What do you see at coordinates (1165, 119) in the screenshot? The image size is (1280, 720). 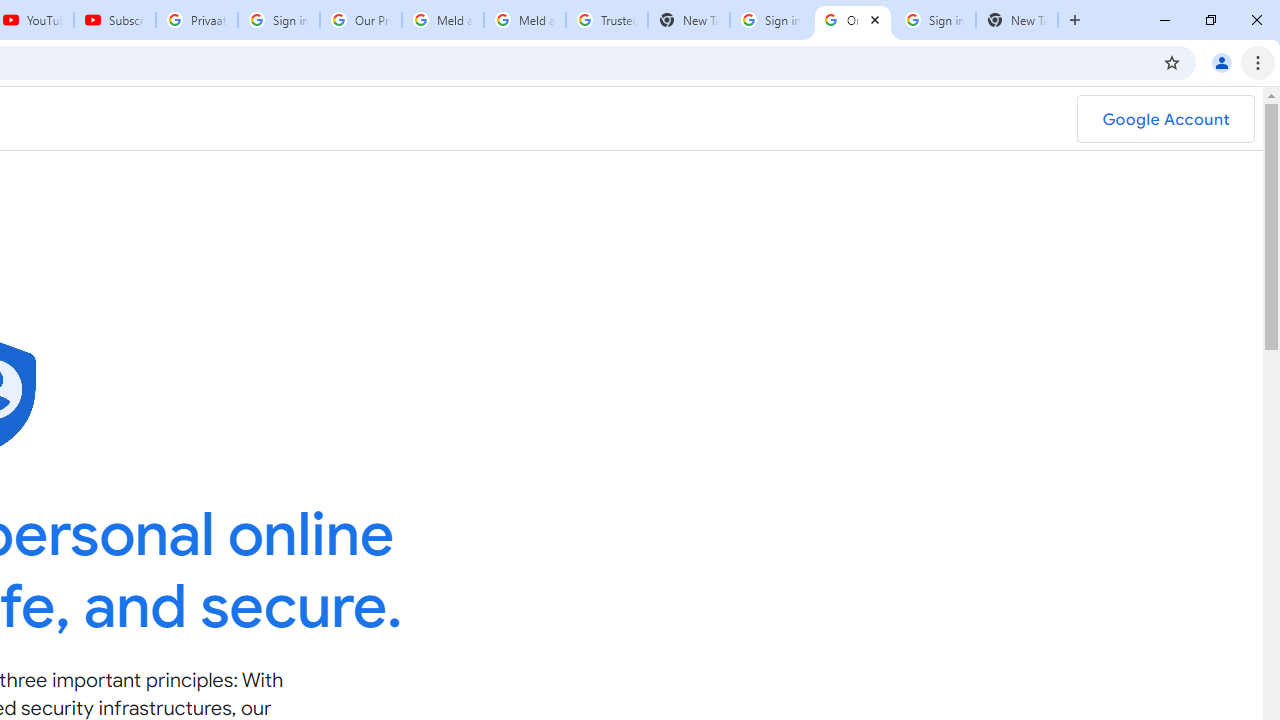 I see `'Google Account'` at bounding box center [1165, 119].